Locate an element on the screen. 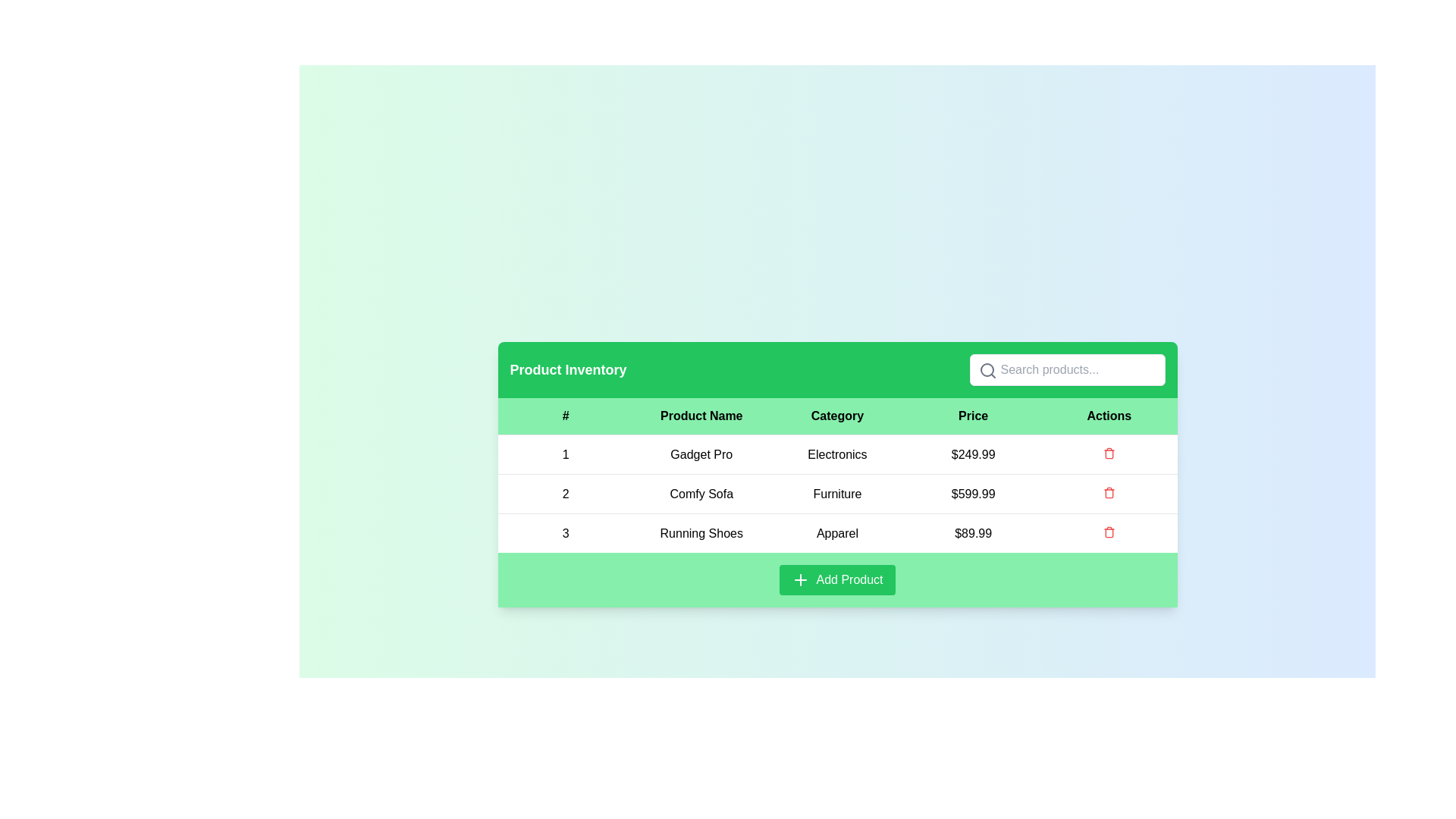 The width and height of the screenshot is (1456, 819). the button located at the bottom of the product table, which allows users to add a new product to the inventory is located at coordinates (836, 579).